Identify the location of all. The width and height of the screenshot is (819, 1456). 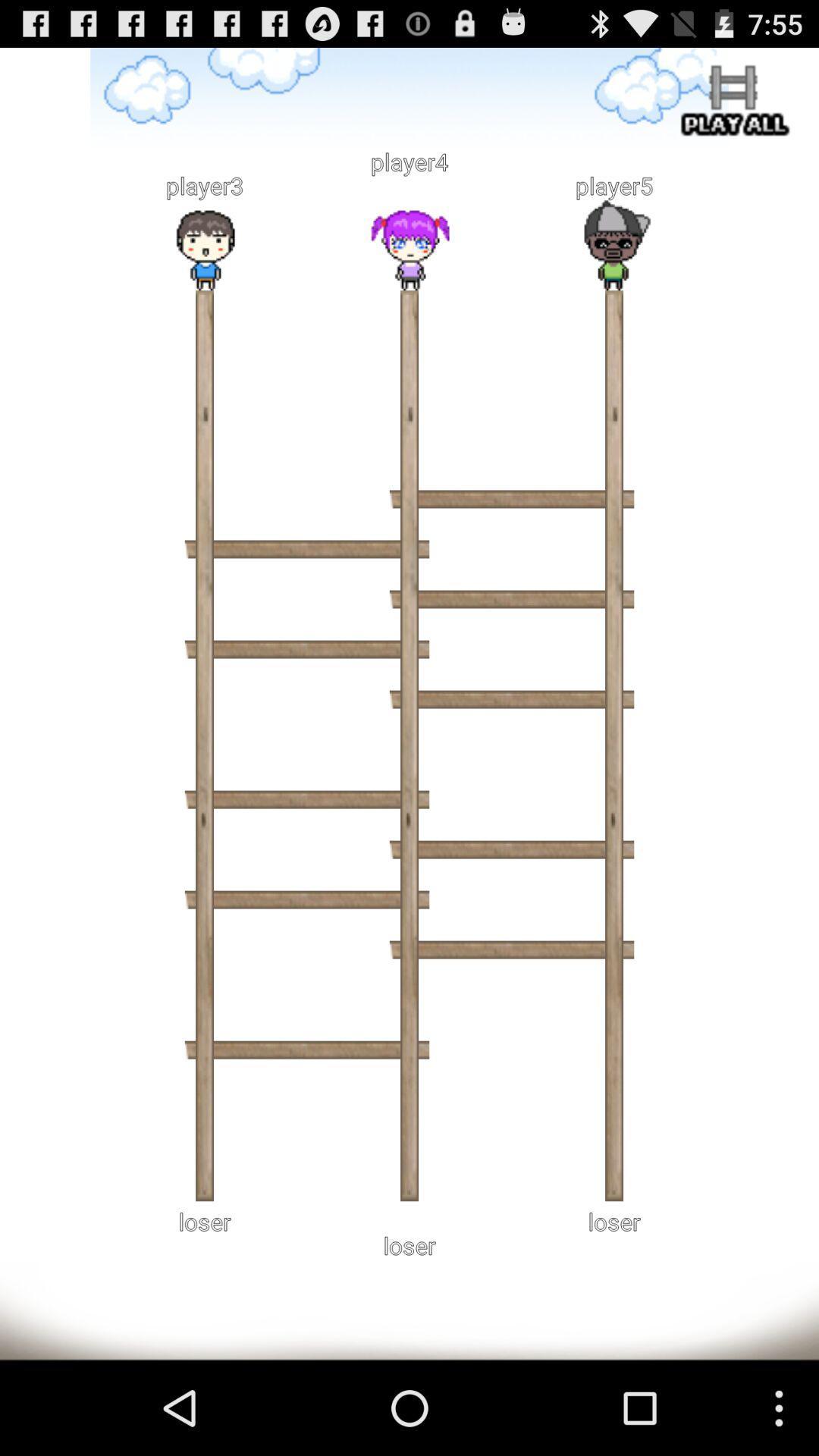
(731, 102).